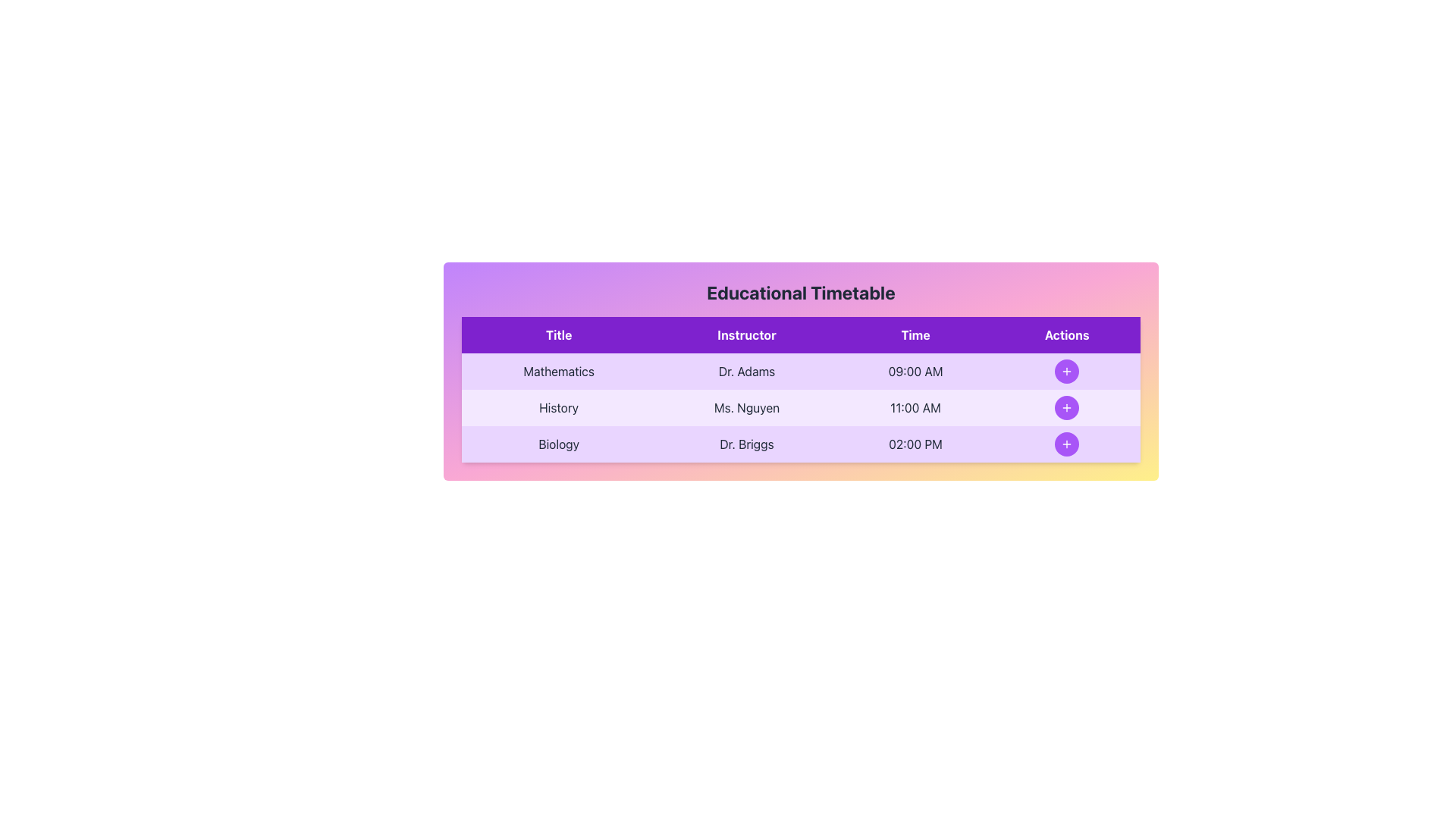  What do you see at coordinates (746, 371) in the screenshot?
I see `text label displaying the instructor's name for the 'Mathematics' class, located in the 'Instructor' column of the timetable` at bounding box center [746, 371].